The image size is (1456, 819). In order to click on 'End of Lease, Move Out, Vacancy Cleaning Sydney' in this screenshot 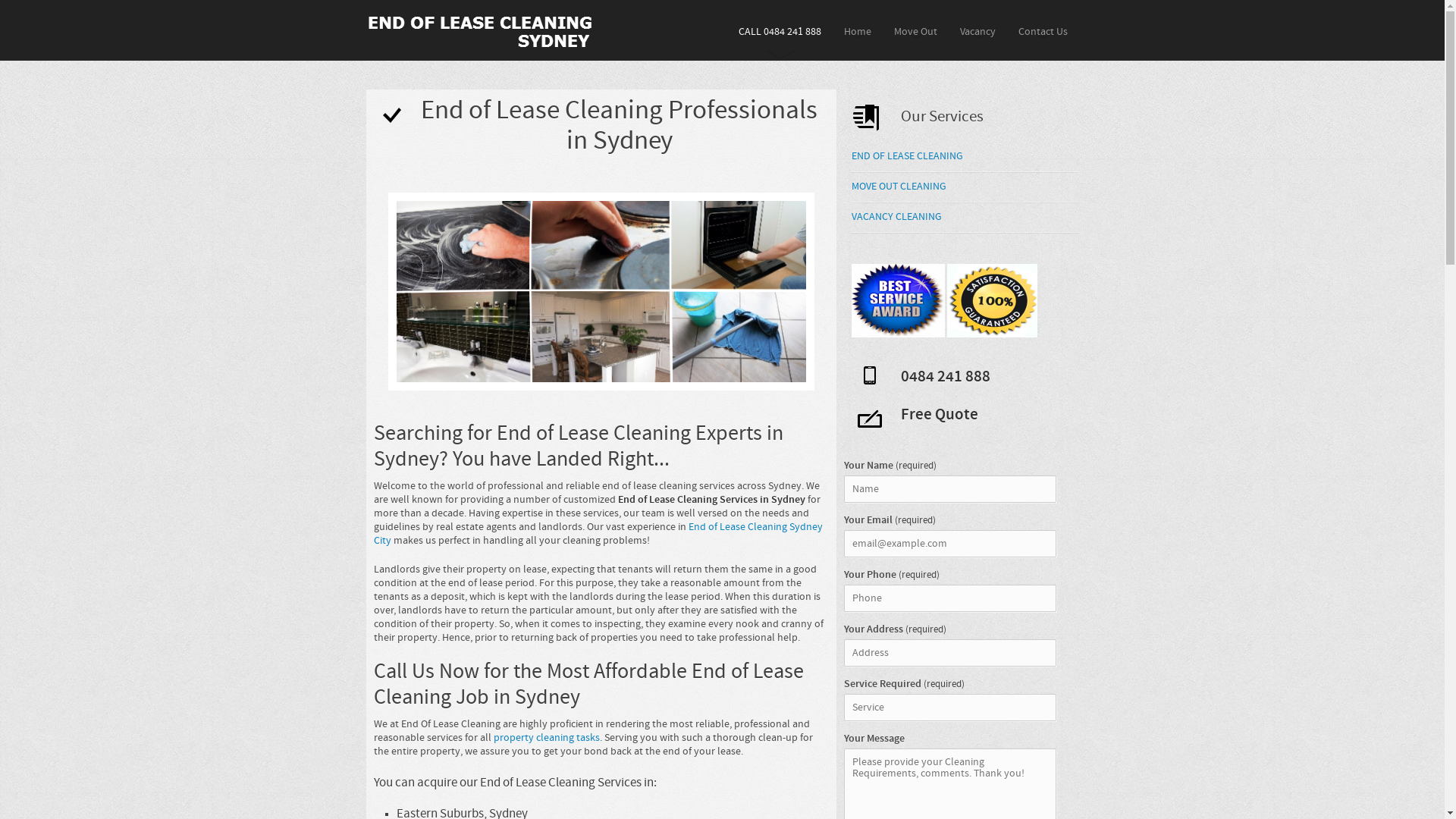, I will do `click(479, 32)`.